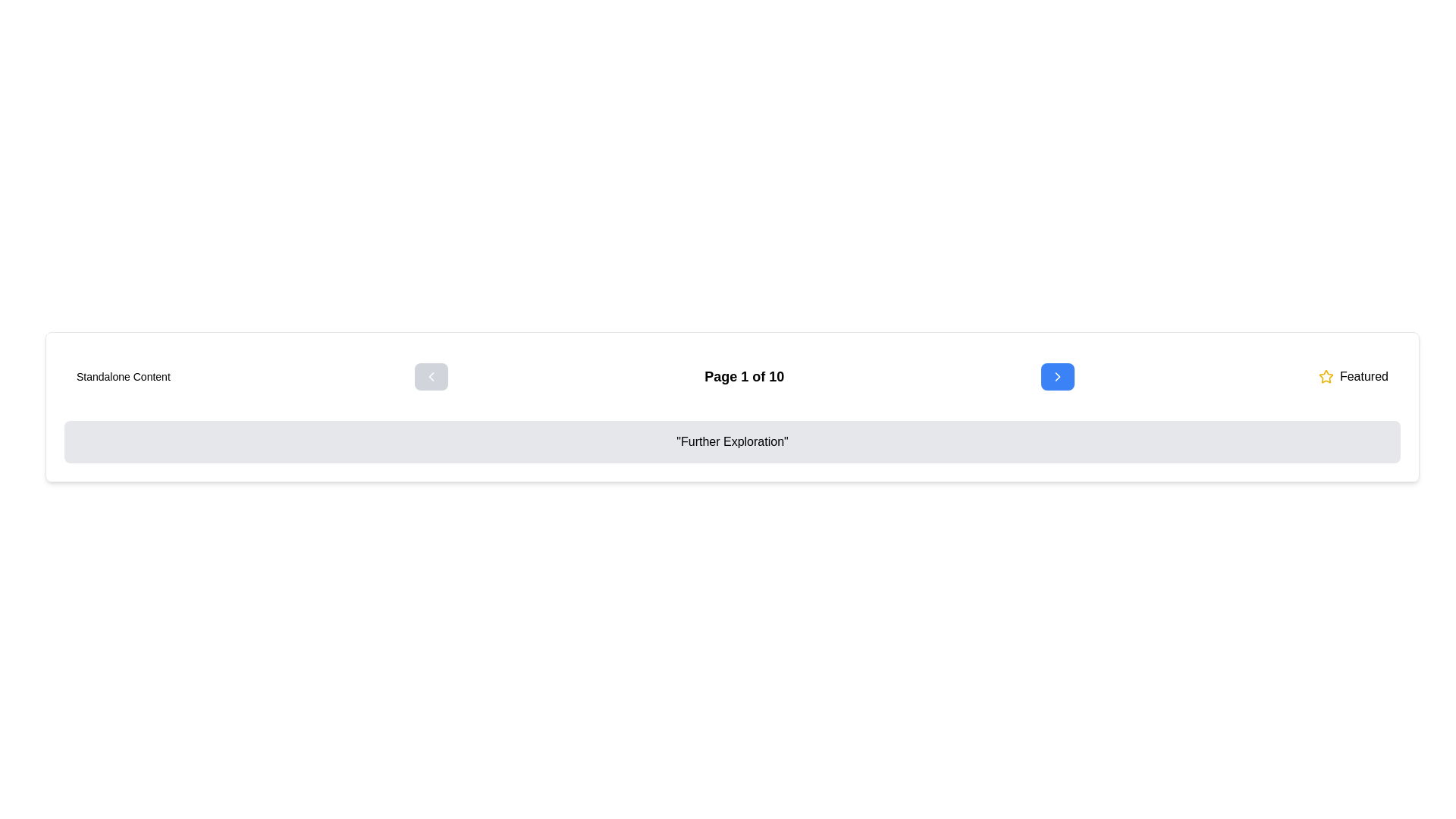 The width and height of the screenshot is (1456, 819). I want to click on the right-pointing chevron icon within the blue button, so click(1056, 376).